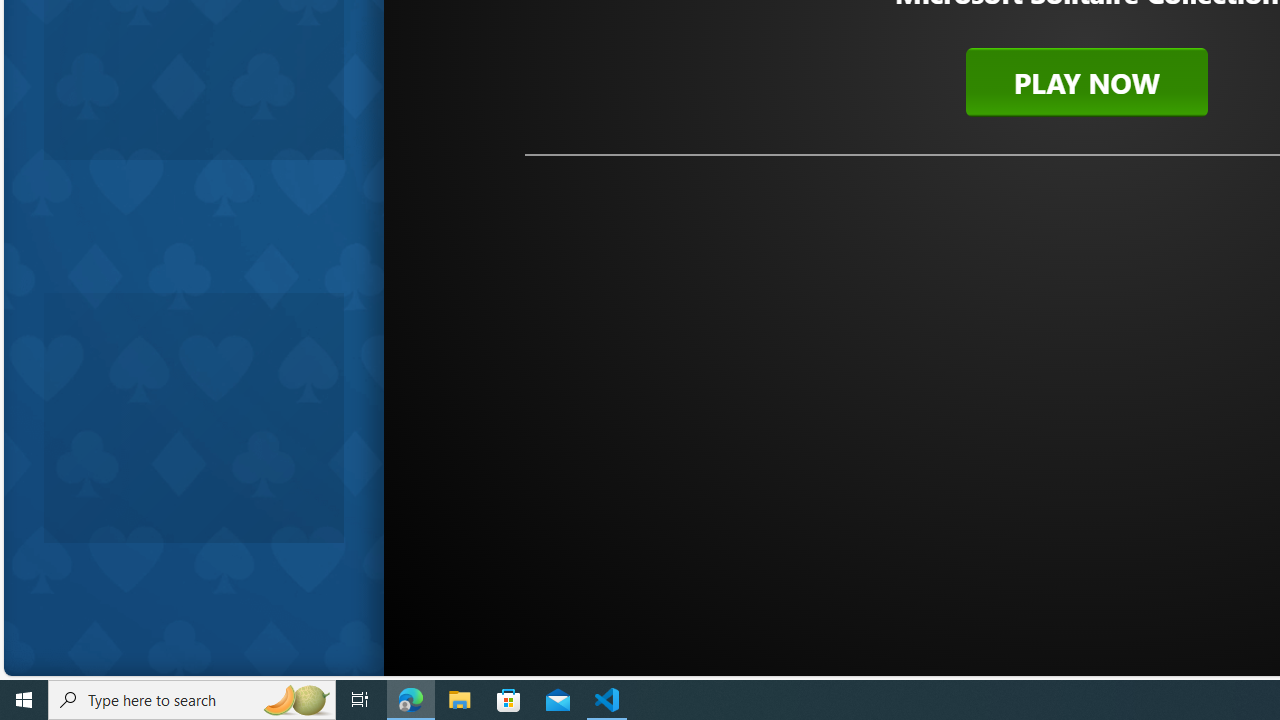 Image resolution: width=1280 pixels, height=720 pixels. I want to click on 'PLAY NOW', so click(1085, 81).